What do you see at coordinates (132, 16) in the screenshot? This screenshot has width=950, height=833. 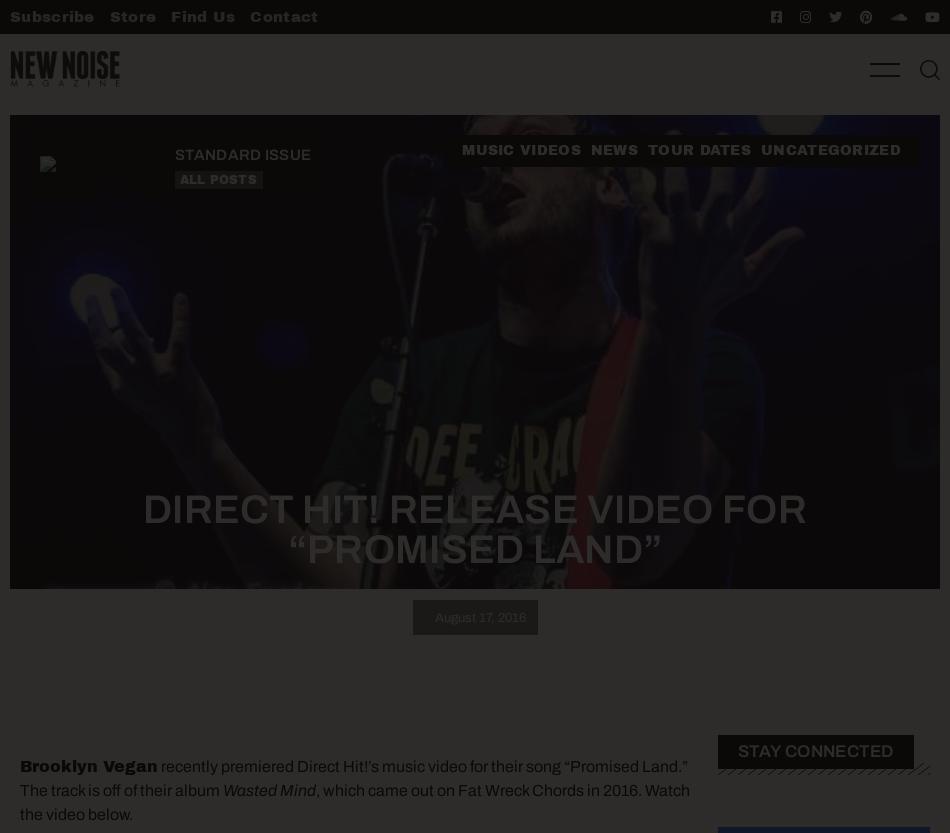 I see `'Store'` at bounding box center [132, 16].